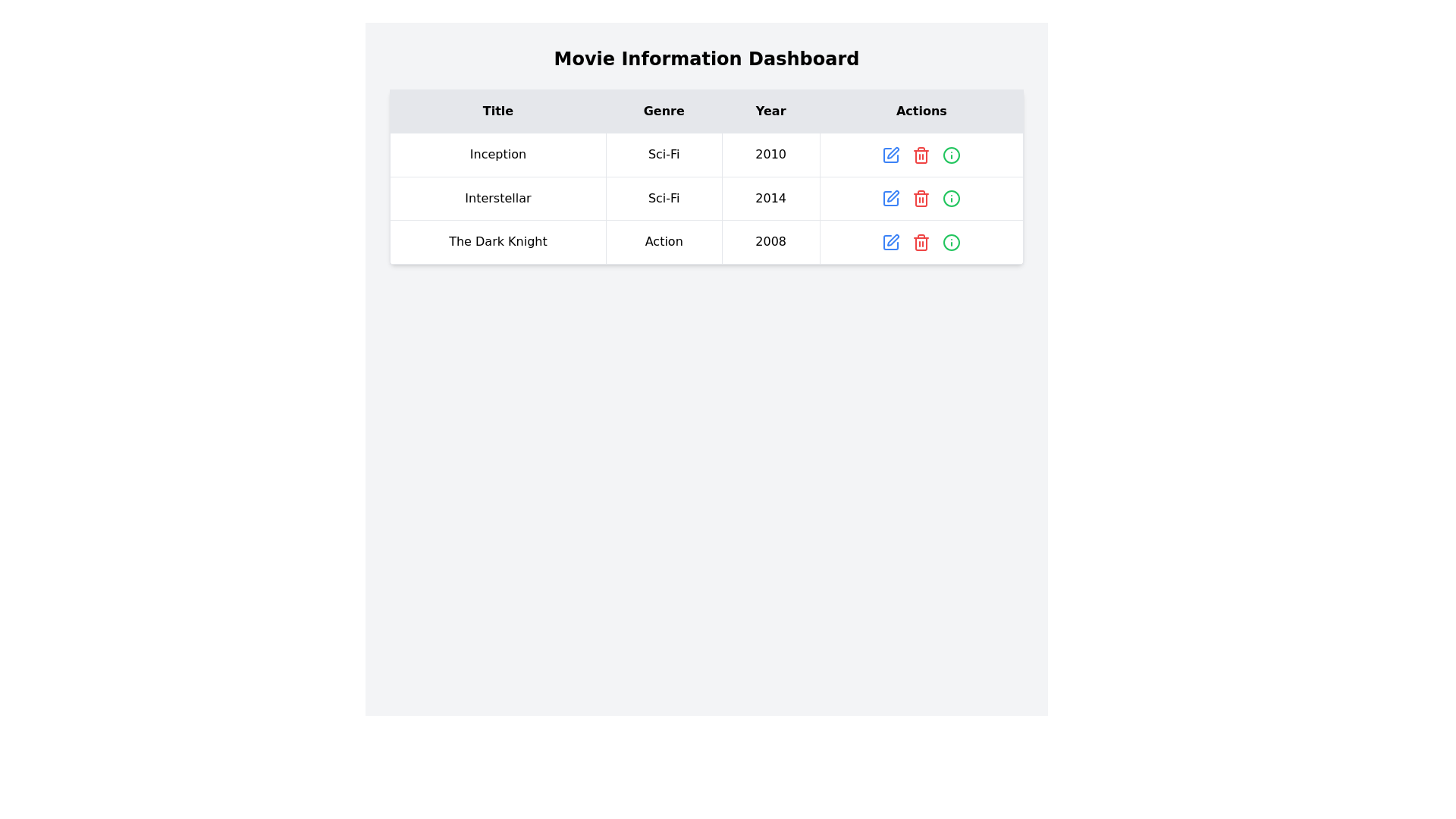  Describe the element at coordinates (951, 241) in the screenshot. I see `the interactive button in the actions column of the third row in the table` at that location.